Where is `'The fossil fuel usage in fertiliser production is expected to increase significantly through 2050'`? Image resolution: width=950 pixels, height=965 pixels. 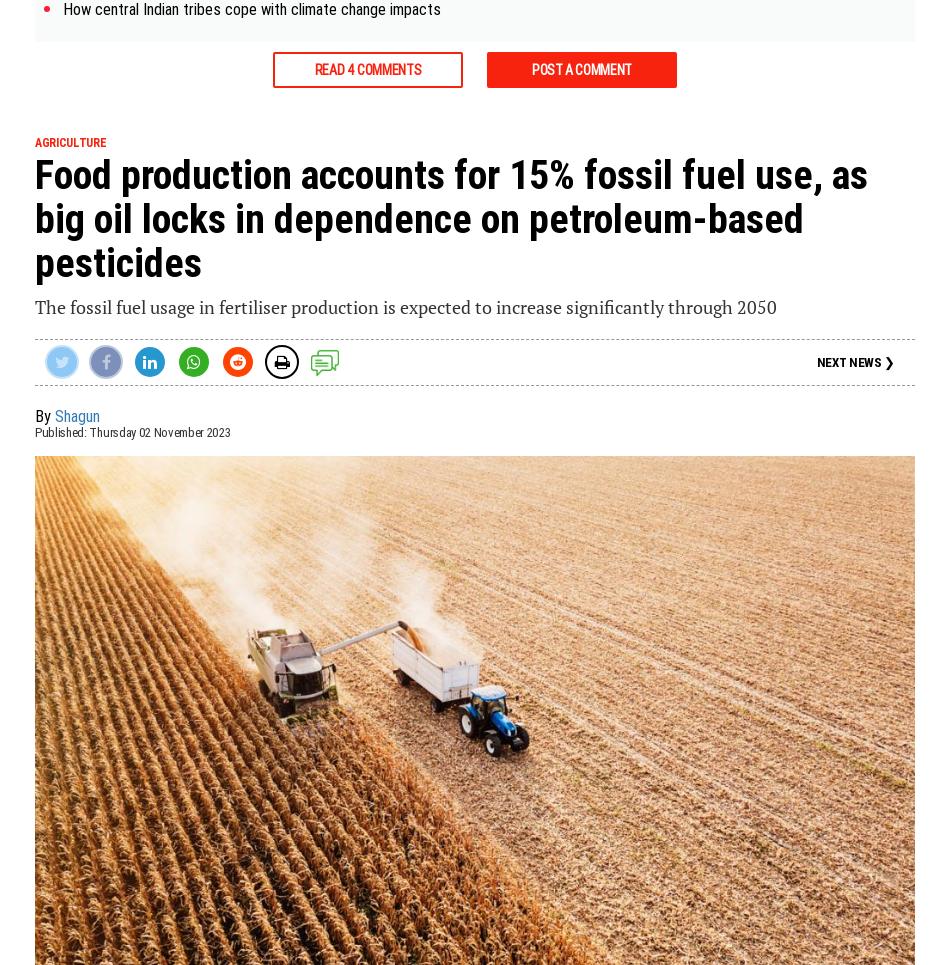 'The fossil fuel usage in fertiliser production is expected to increase significantly through 2050' is located at coordinates (405, 305).